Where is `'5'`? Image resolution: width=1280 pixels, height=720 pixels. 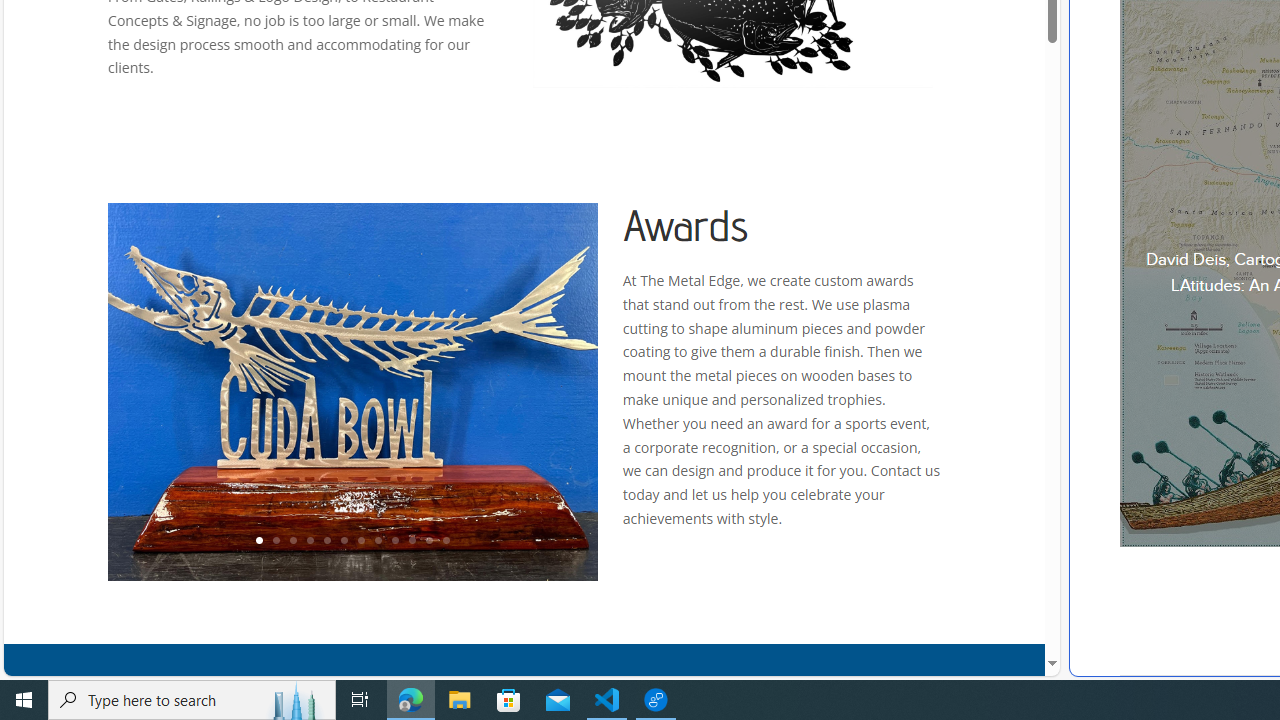
'5' is located at coordinates (327, 541).